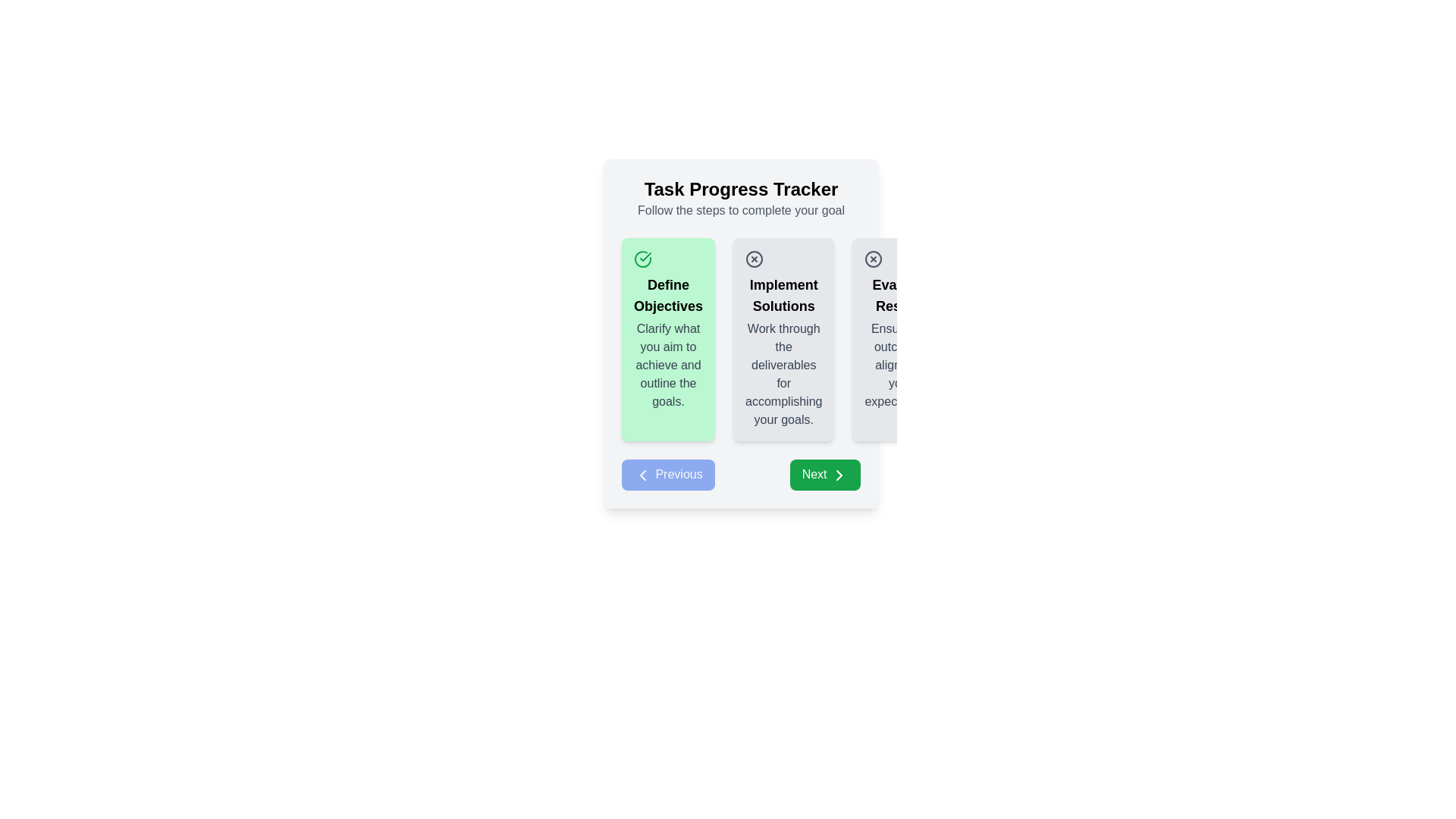  I want to click on the 'Next' button located at the bottom right corner of the interface, which is visually indicated by a green button containing a right-facing chevron icon, so click(839, 473).